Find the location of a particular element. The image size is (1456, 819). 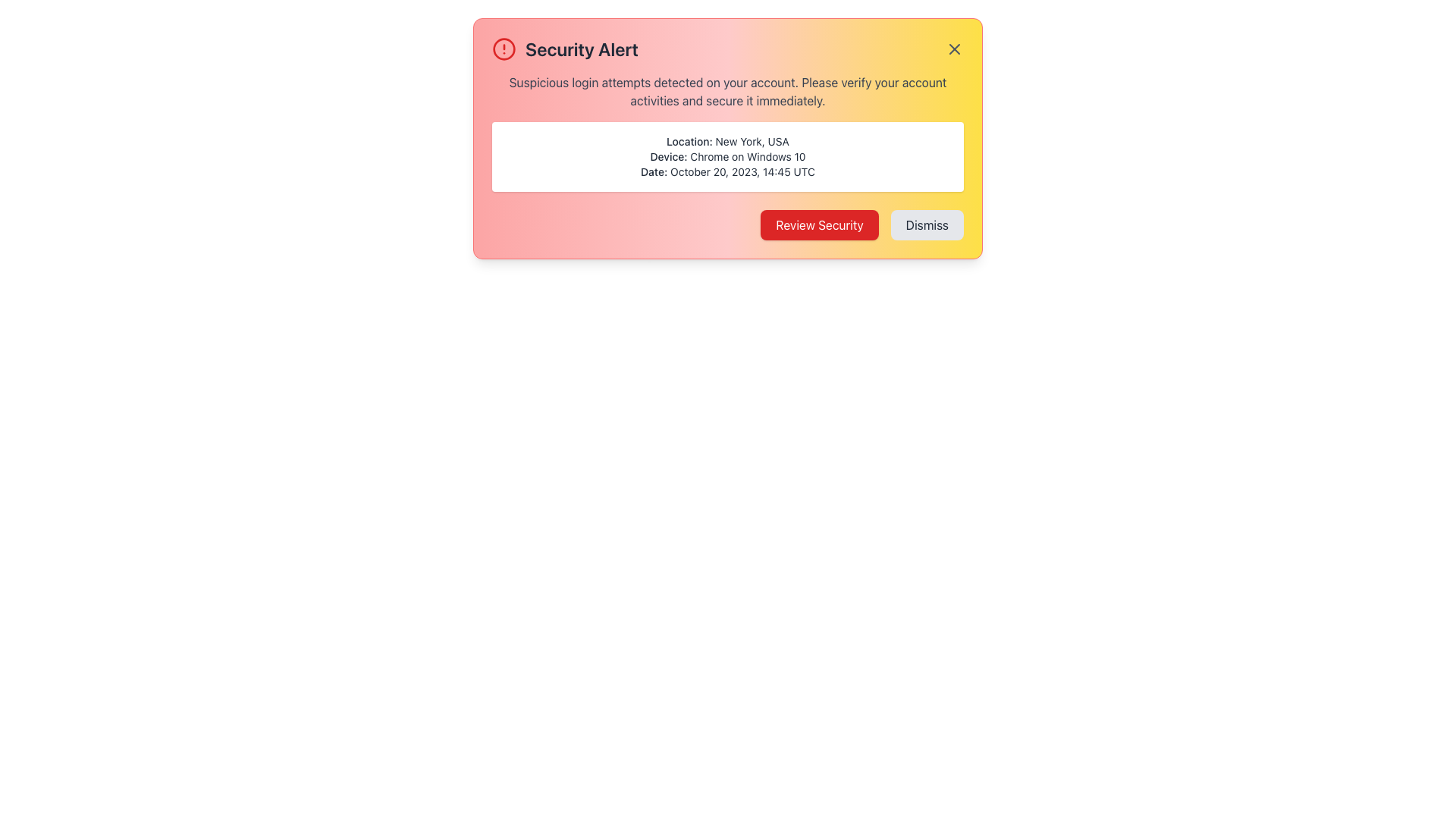

the 'Dismiss' button, which is a rectangular button with rounded corners located to the right of the 'Review Security' button in the alert box is located at coordinates (926, 225).